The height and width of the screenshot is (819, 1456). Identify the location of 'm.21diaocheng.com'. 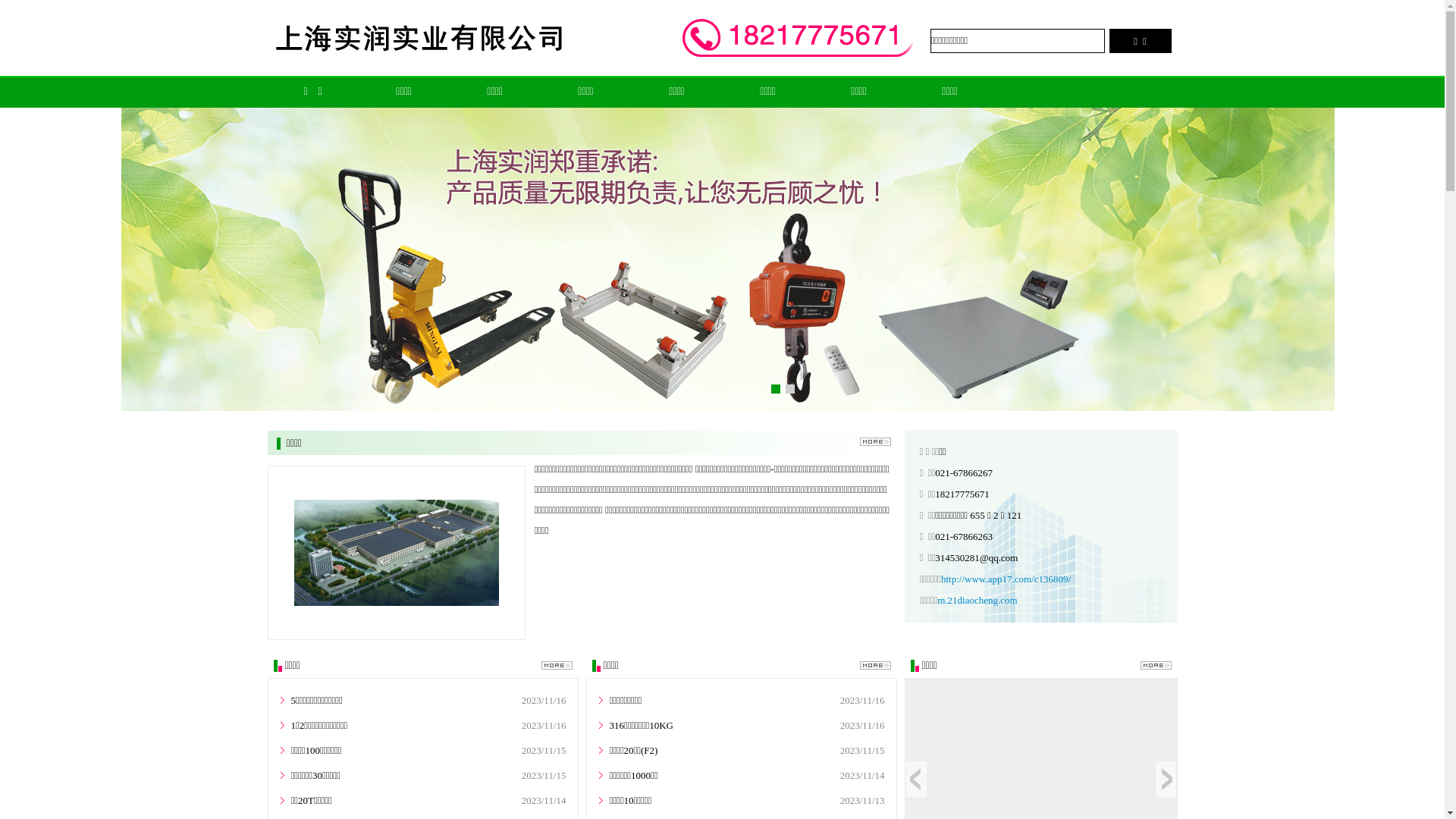
(977, 599).